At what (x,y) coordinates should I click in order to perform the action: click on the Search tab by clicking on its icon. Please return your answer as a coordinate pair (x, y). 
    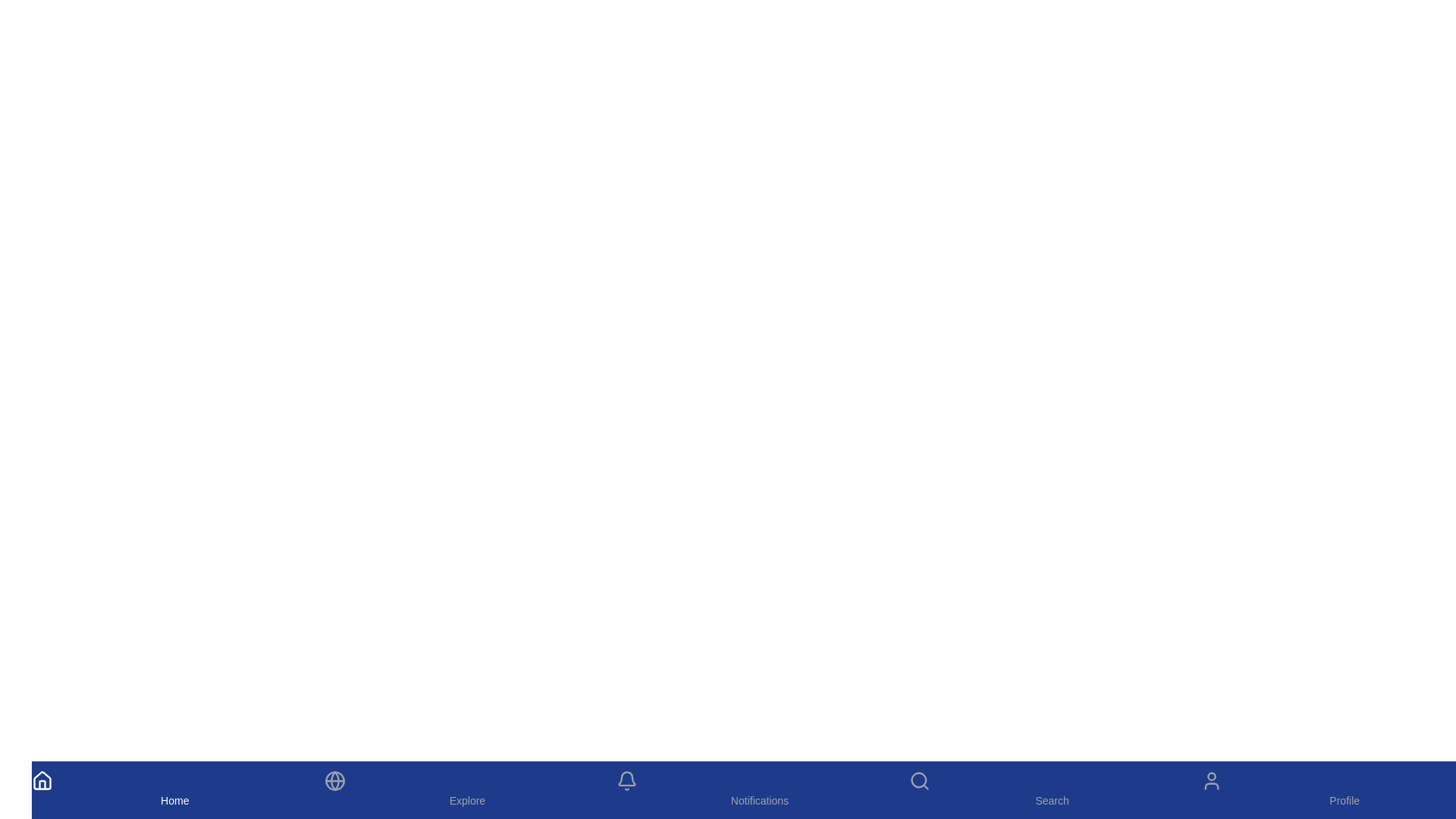
    Looking at the image, I should click on (1051, 789).